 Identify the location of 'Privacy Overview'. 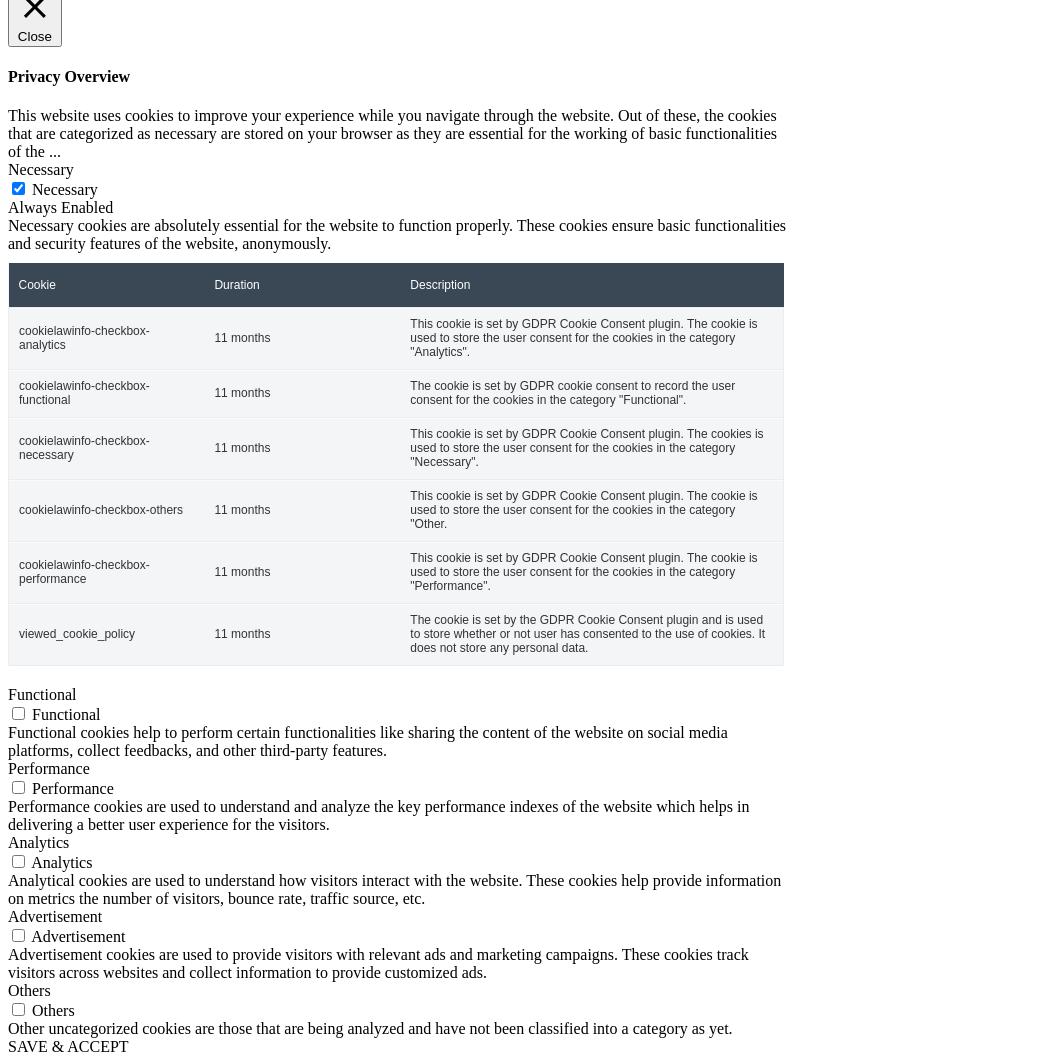
(68, 76).